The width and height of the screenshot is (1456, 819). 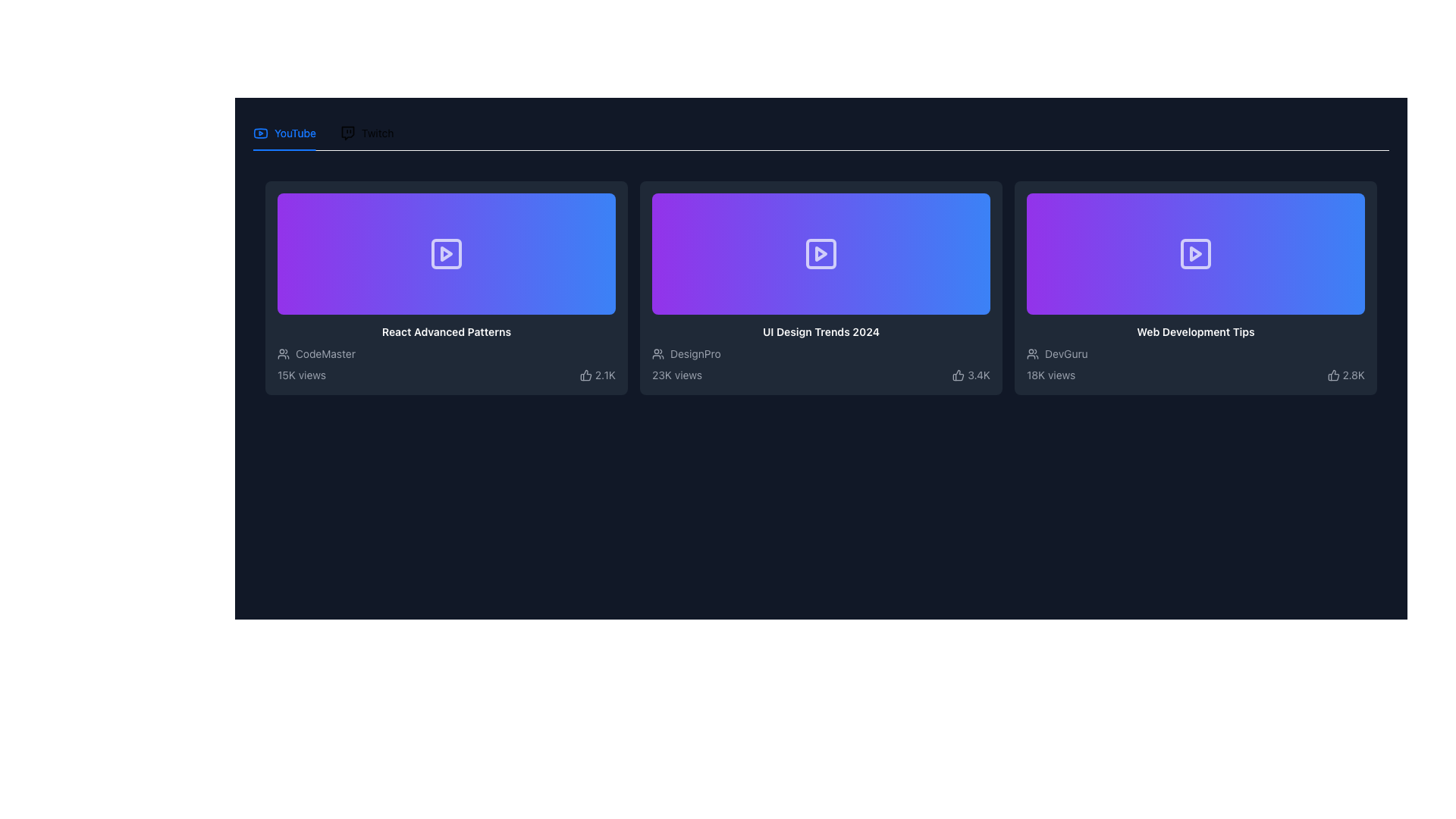 What do you see at coordinates (284, 353) in the screenshot?
I see `the SVG icon representing the user 'CodeMaster'` at bounding box center [284, 353].